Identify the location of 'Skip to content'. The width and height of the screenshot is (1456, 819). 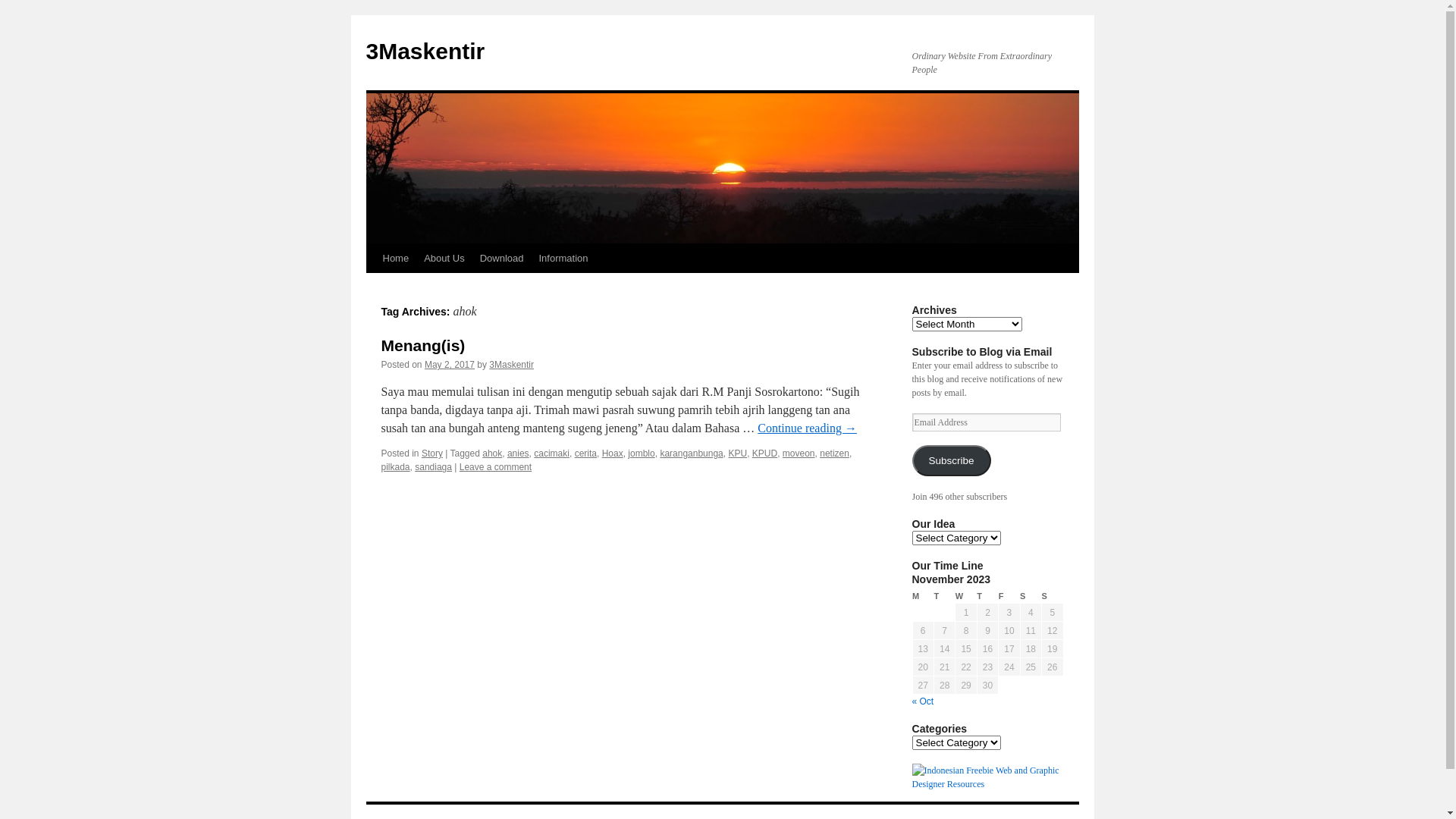
(372, 287).